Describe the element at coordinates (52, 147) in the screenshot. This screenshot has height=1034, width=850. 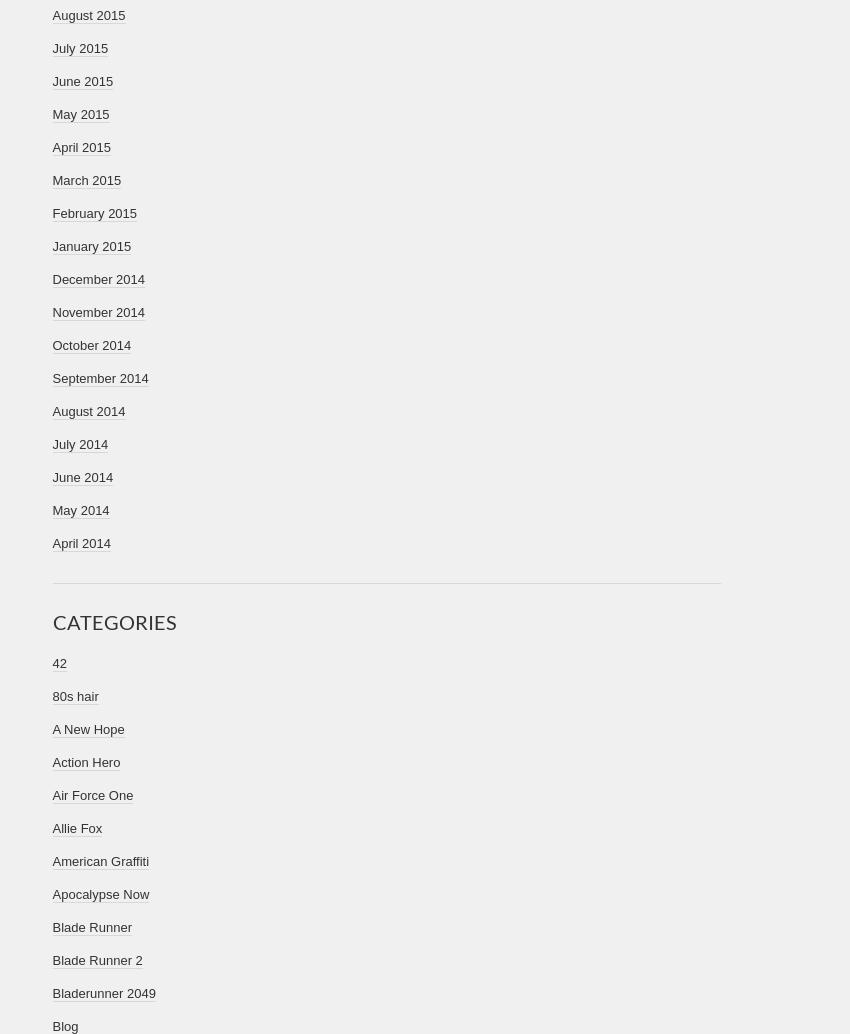
I see `'April 2015'` at that location.